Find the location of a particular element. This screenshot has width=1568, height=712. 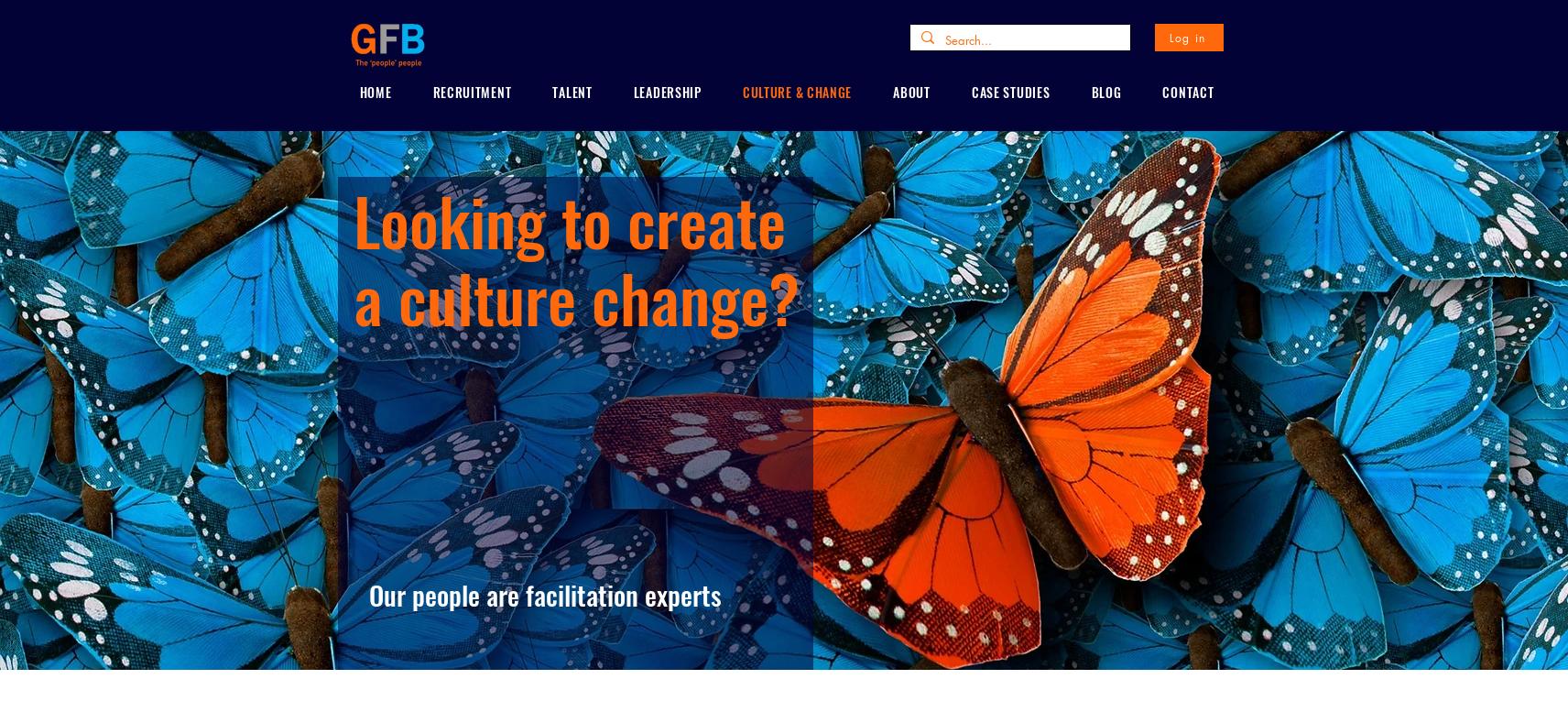

'CULTURE & CHANGE' is located at coordinates (796, 91).